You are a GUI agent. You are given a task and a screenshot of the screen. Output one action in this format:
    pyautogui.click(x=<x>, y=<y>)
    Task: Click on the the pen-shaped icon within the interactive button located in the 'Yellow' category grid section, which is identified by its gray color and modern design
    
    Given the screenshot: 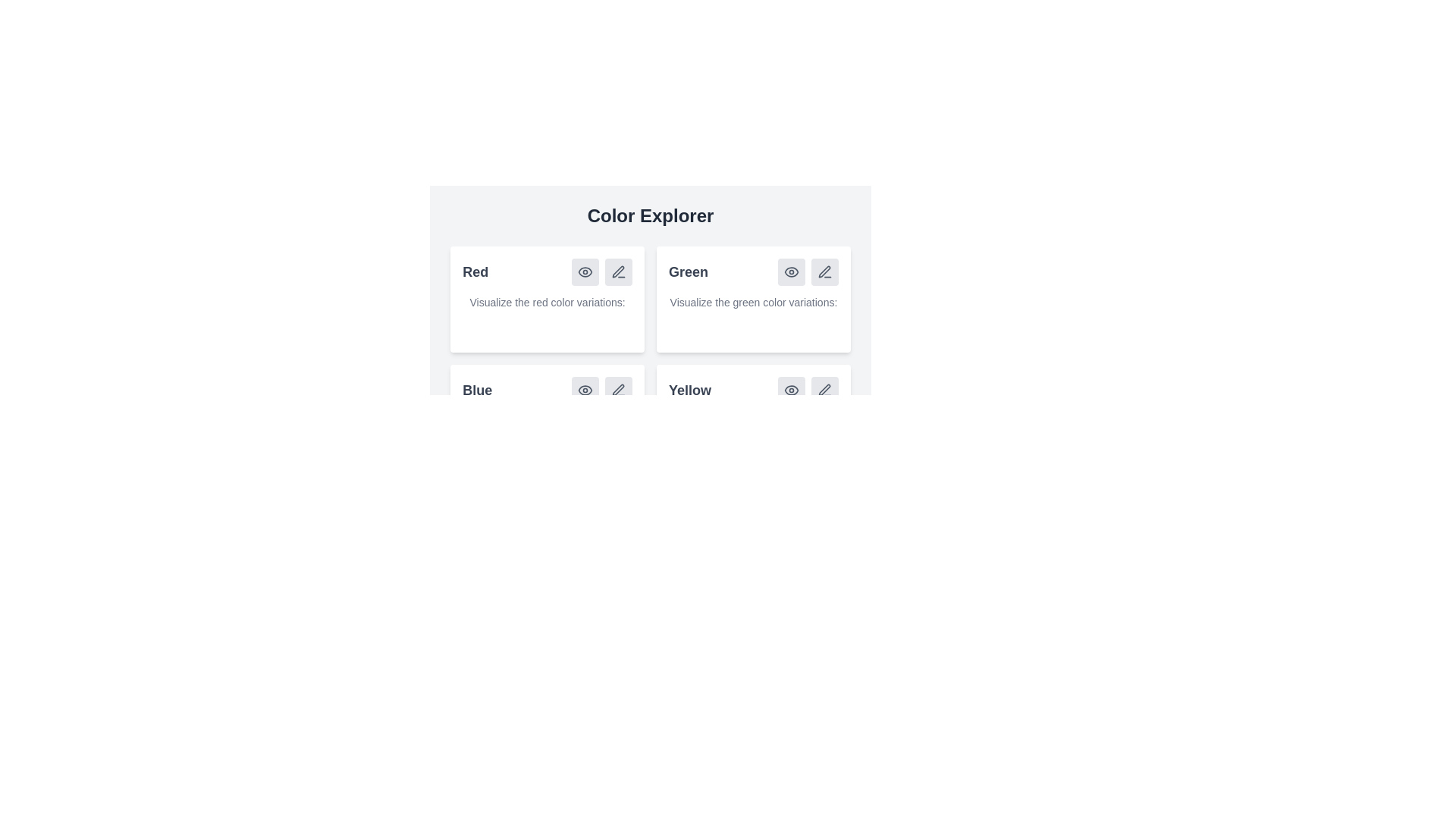 What is the action you would take?
    pyautogui.click(x=824, y=390)
    